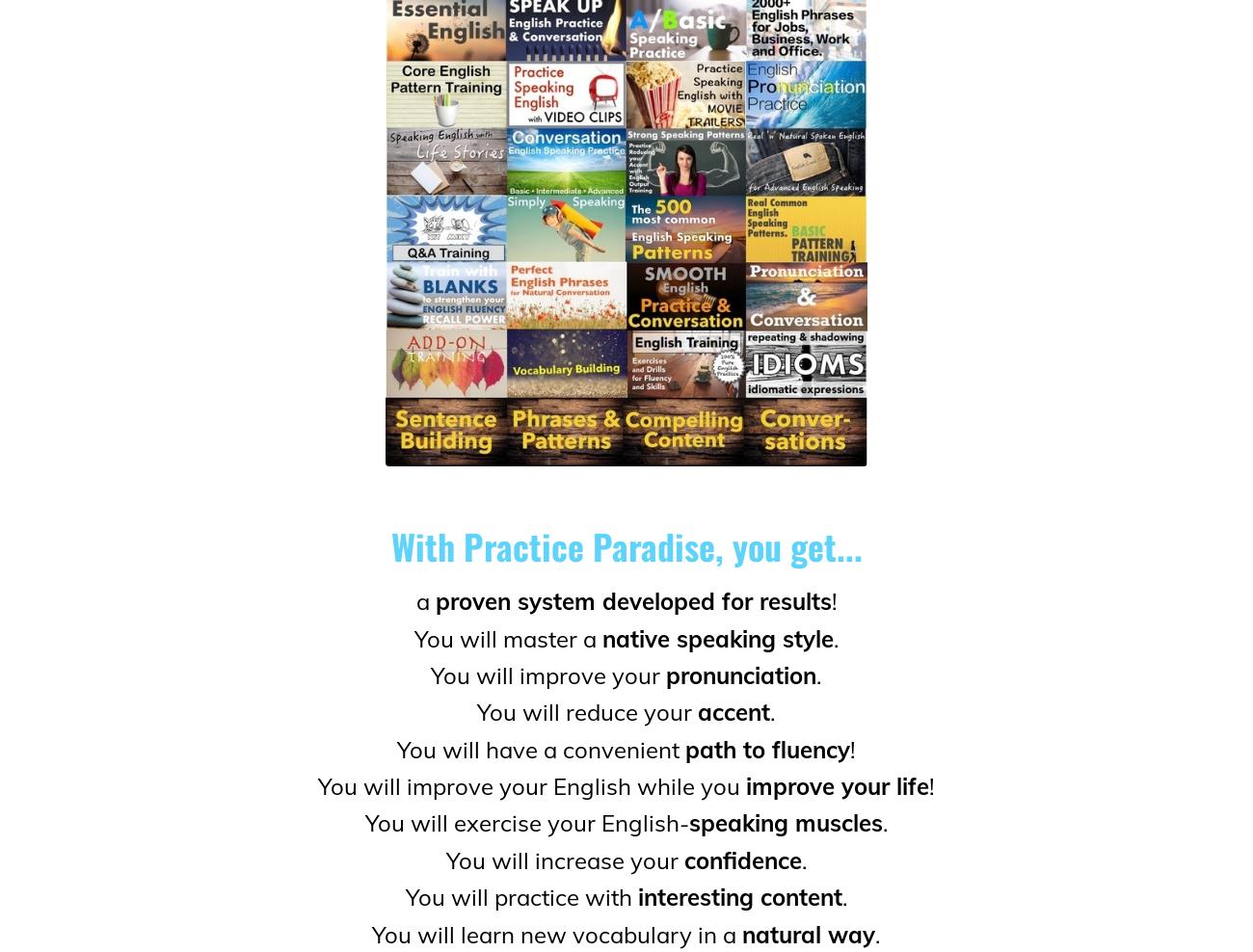 The width and height of the screenshot is (1253, 952). Describe the element at coordinates (697, 712) in the screenshot. I see `'accent'` at that location.